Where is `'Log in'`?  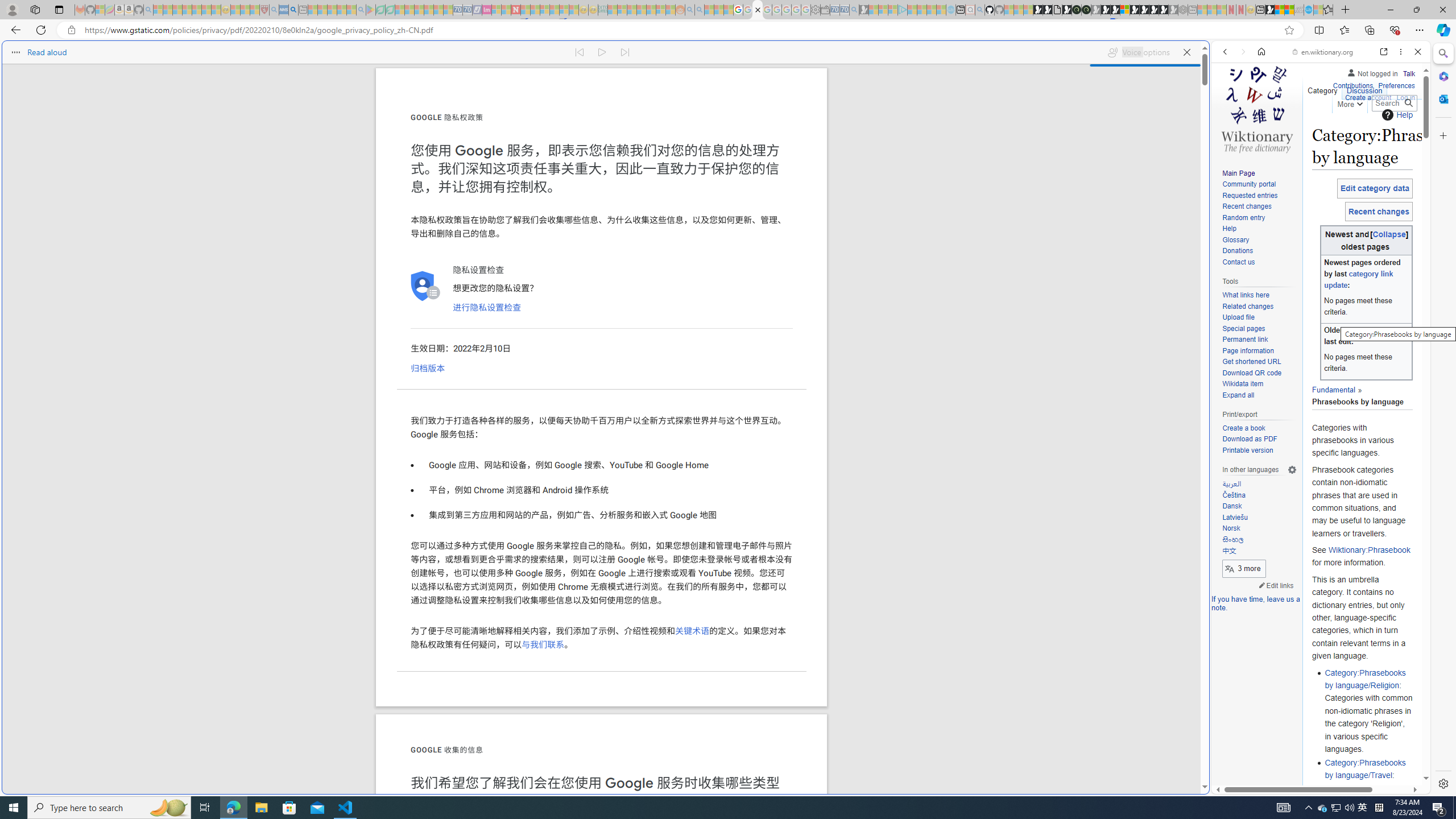 'Log in' is located at coordinates (1405, 96).